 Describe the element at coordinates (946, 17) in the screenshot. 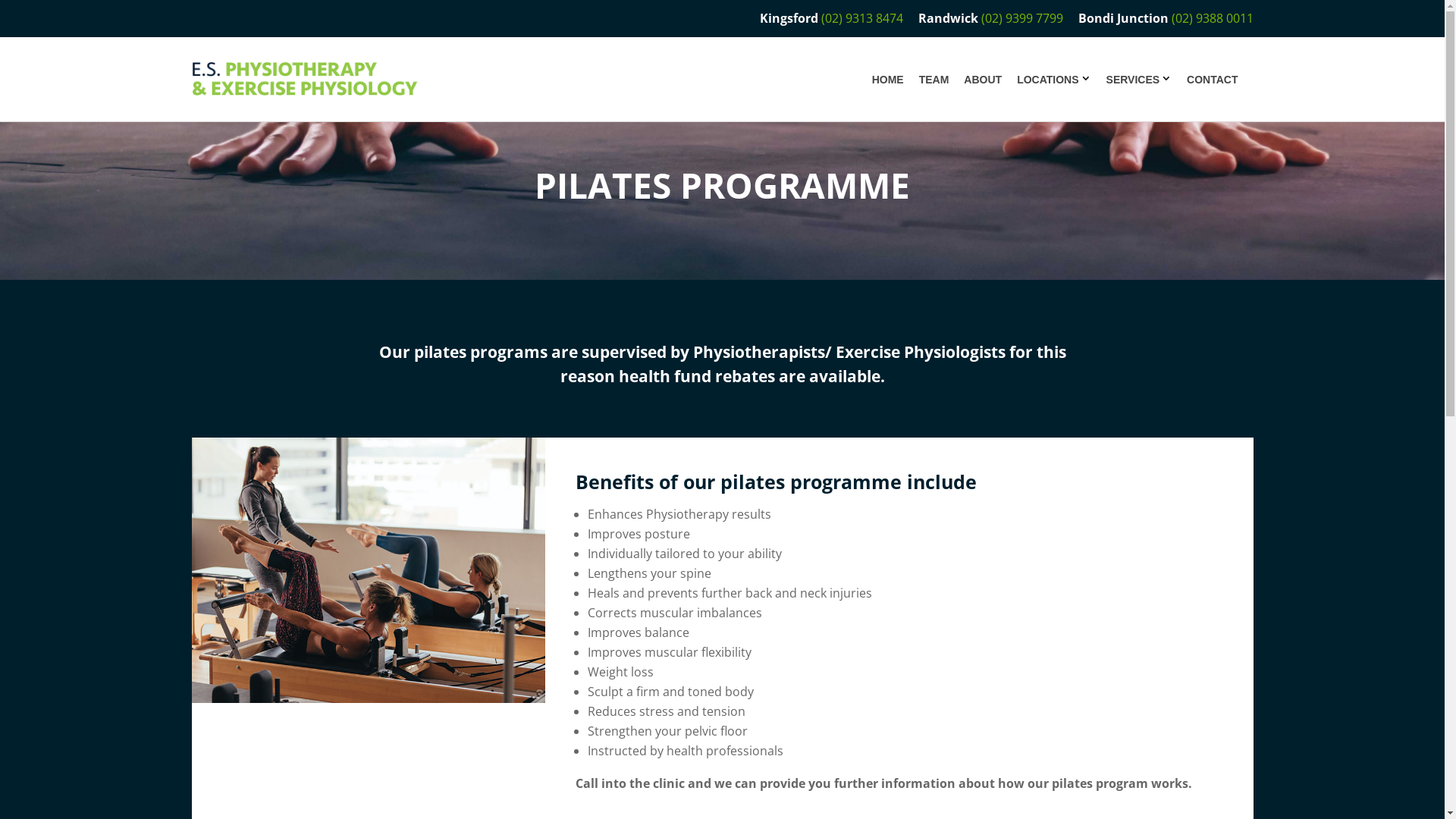

I see `'Randwick'` at that location.